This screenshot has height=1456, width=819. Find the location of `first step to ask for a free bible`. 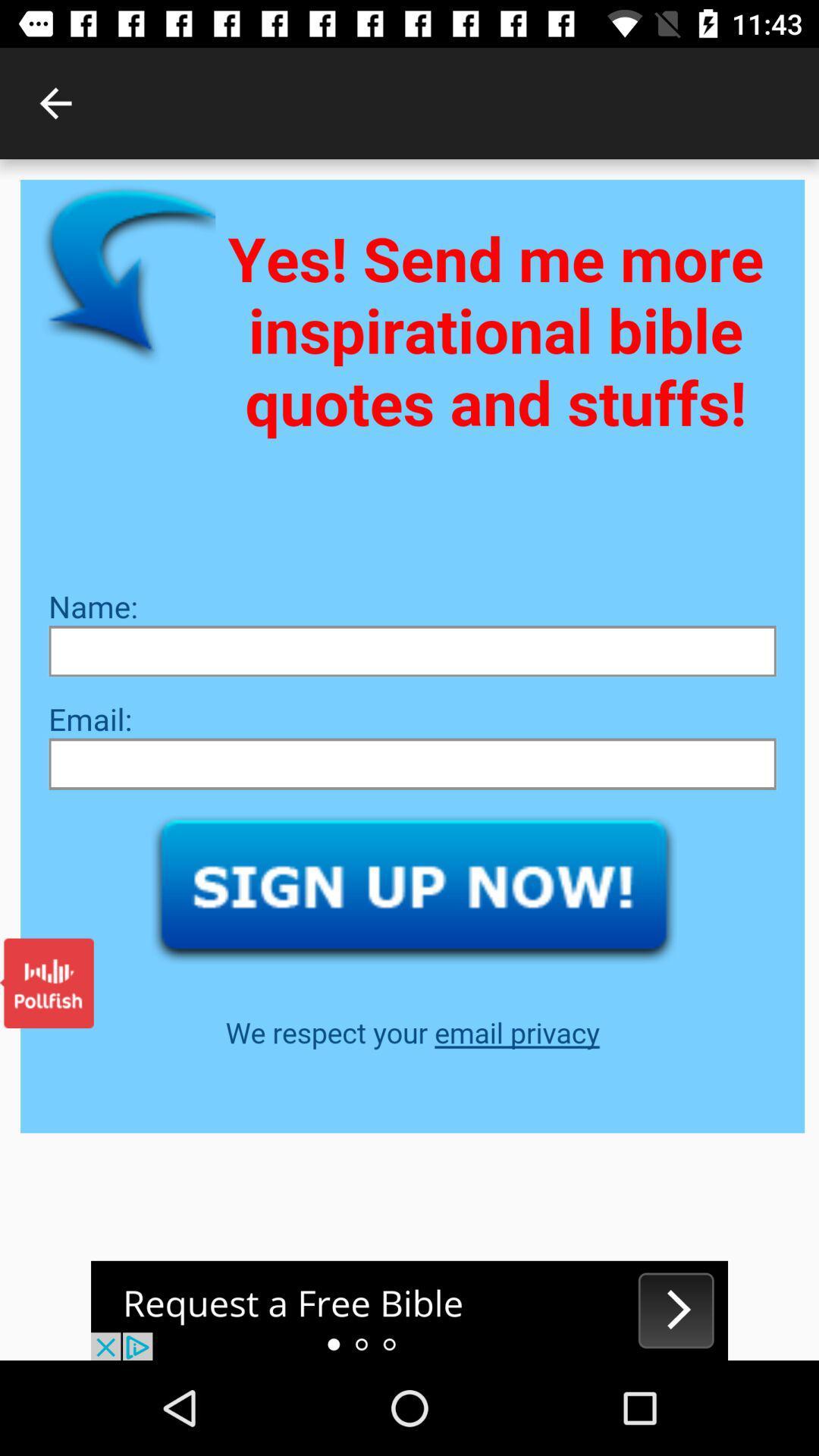

first step to ask for a free bible is located at coordinates (409, 1310).